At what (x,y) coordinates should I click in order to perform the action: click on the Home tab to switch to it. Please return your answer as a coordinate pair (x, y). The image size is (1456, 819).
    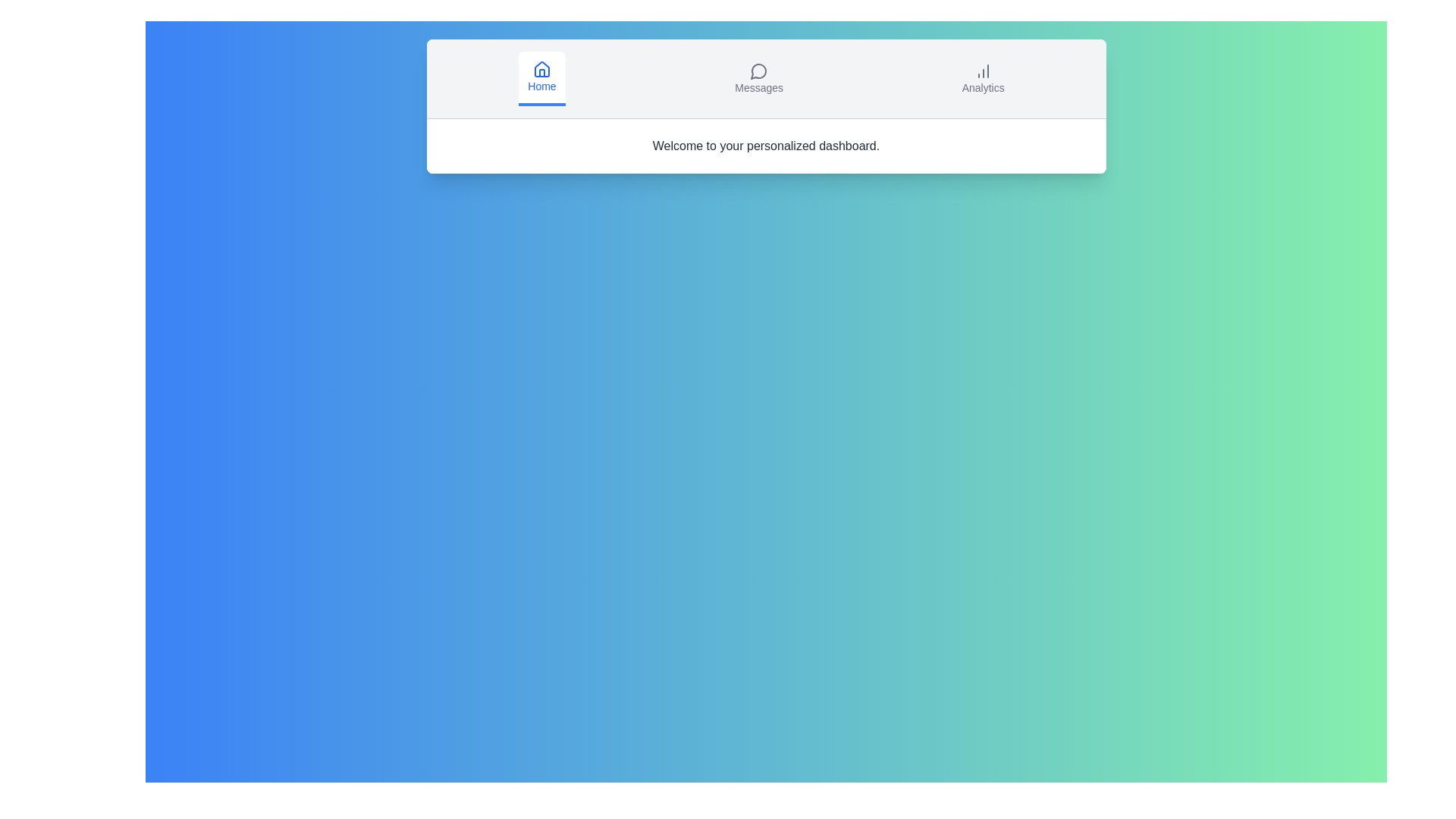
    Looking at the image, I should click on (542, 79).